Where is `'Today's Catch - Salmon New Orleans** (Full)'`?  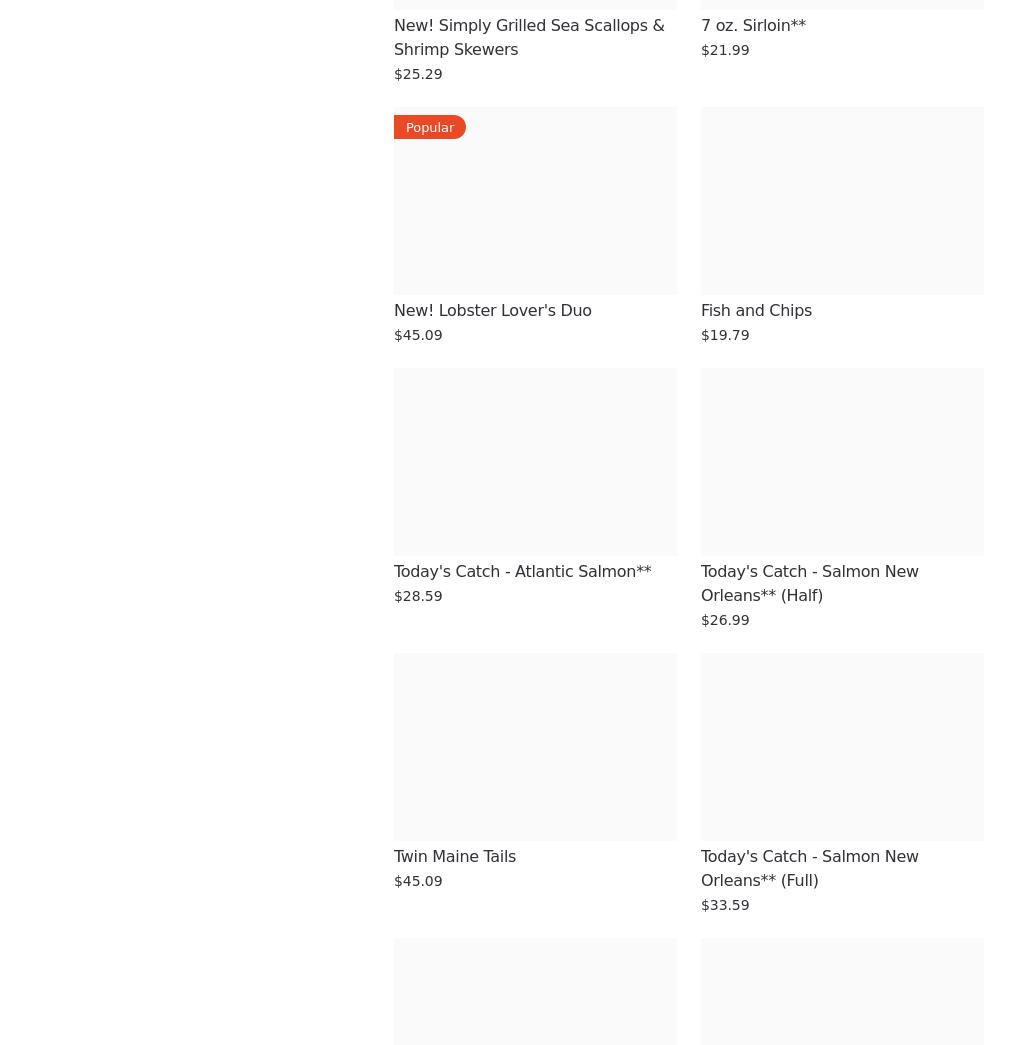
'Today's Catch - Salmon New Orleans** (Full)' is located at coordinates (811, 867).